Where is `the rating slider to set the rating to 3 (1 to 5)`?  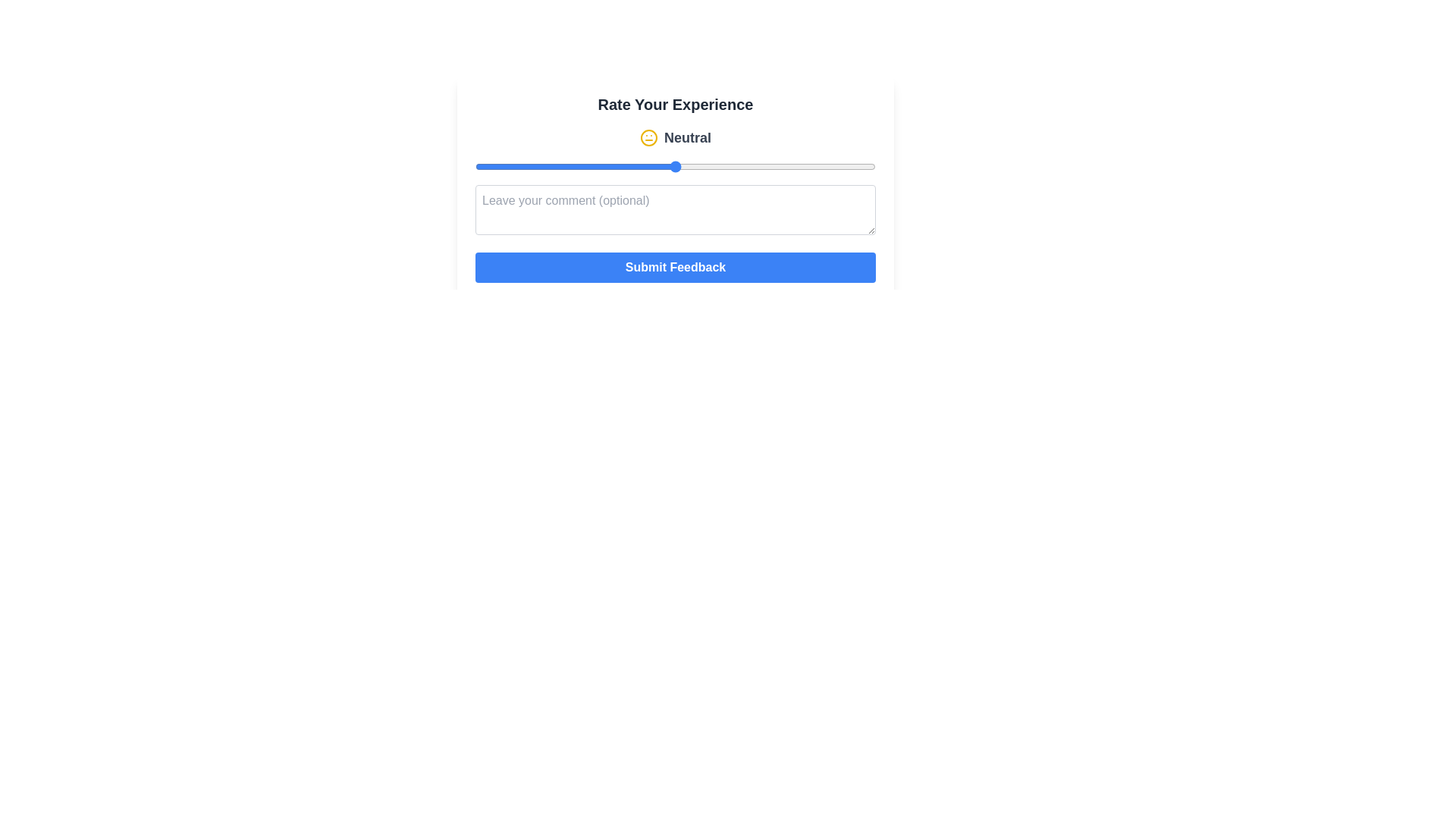
the rating slider to set the rating to 3 (1 to 5) is located at coordinates (675, 166).